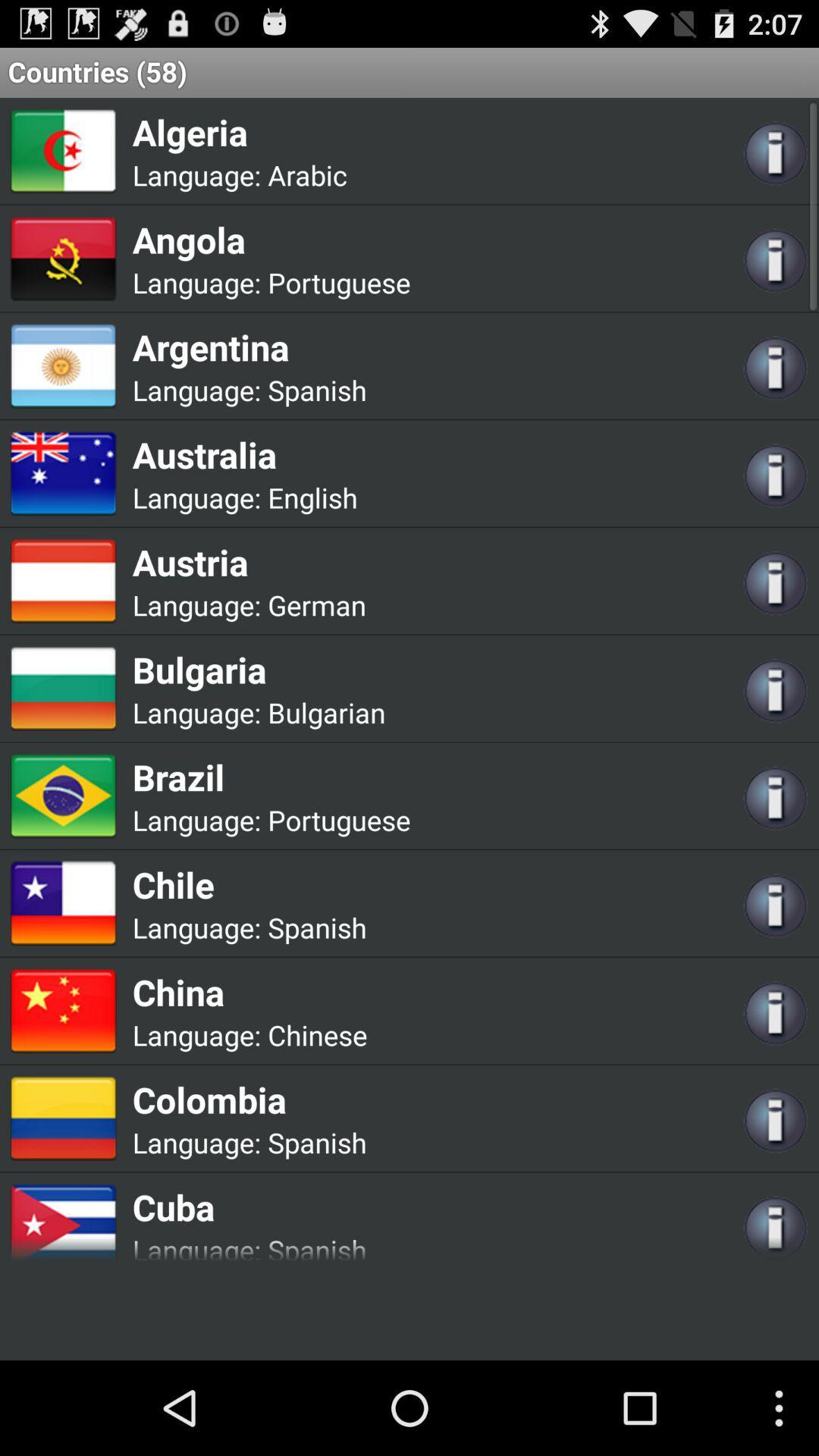 The height and width of the screenshot is (1456, 819). What do you see at coordinates (325, 711) in the screenshot?
I see `app below bulgaria icon` at bounding box center [325, 711].